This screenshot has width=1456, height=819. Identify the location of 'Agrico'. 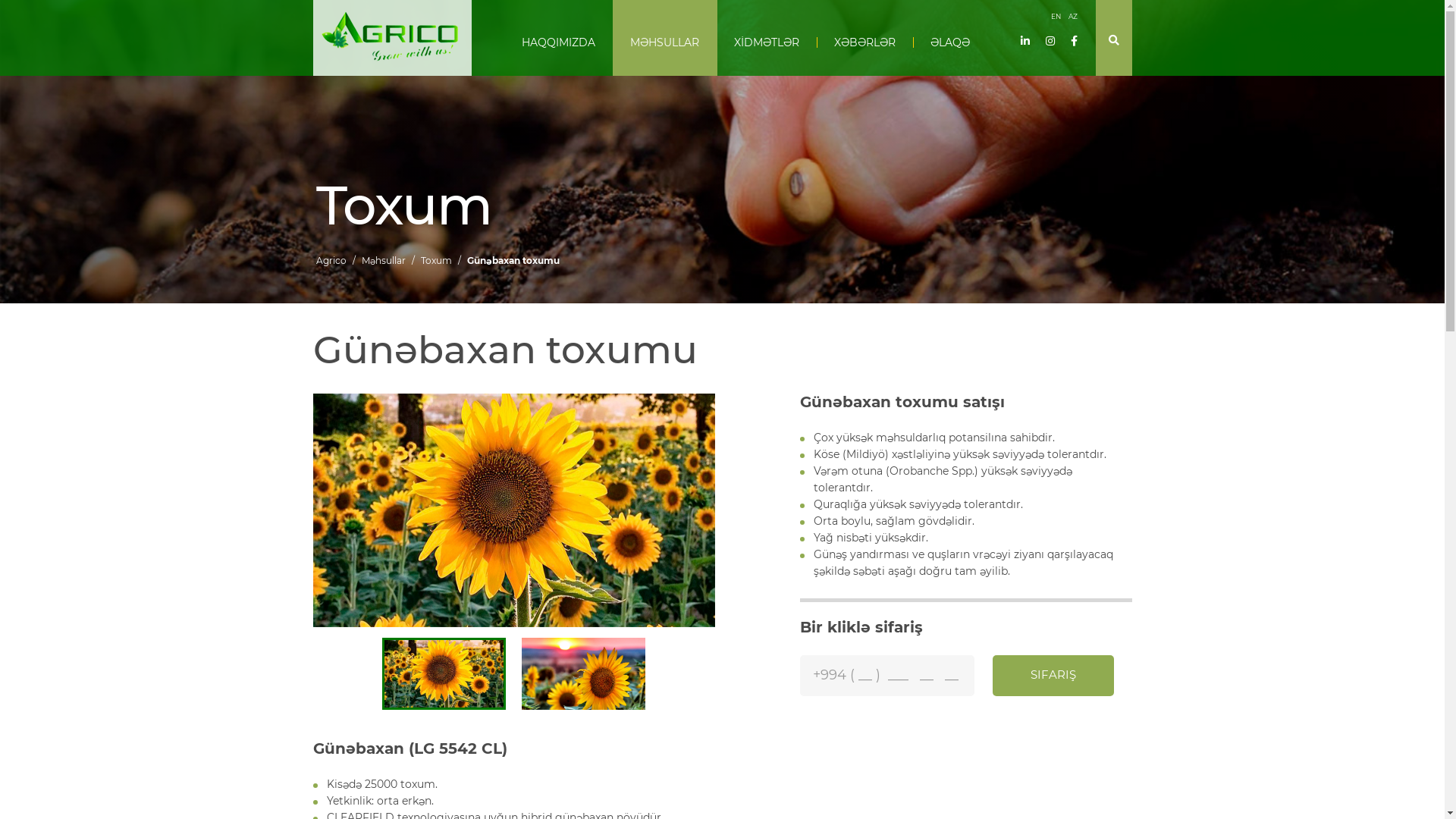
(315, 259).